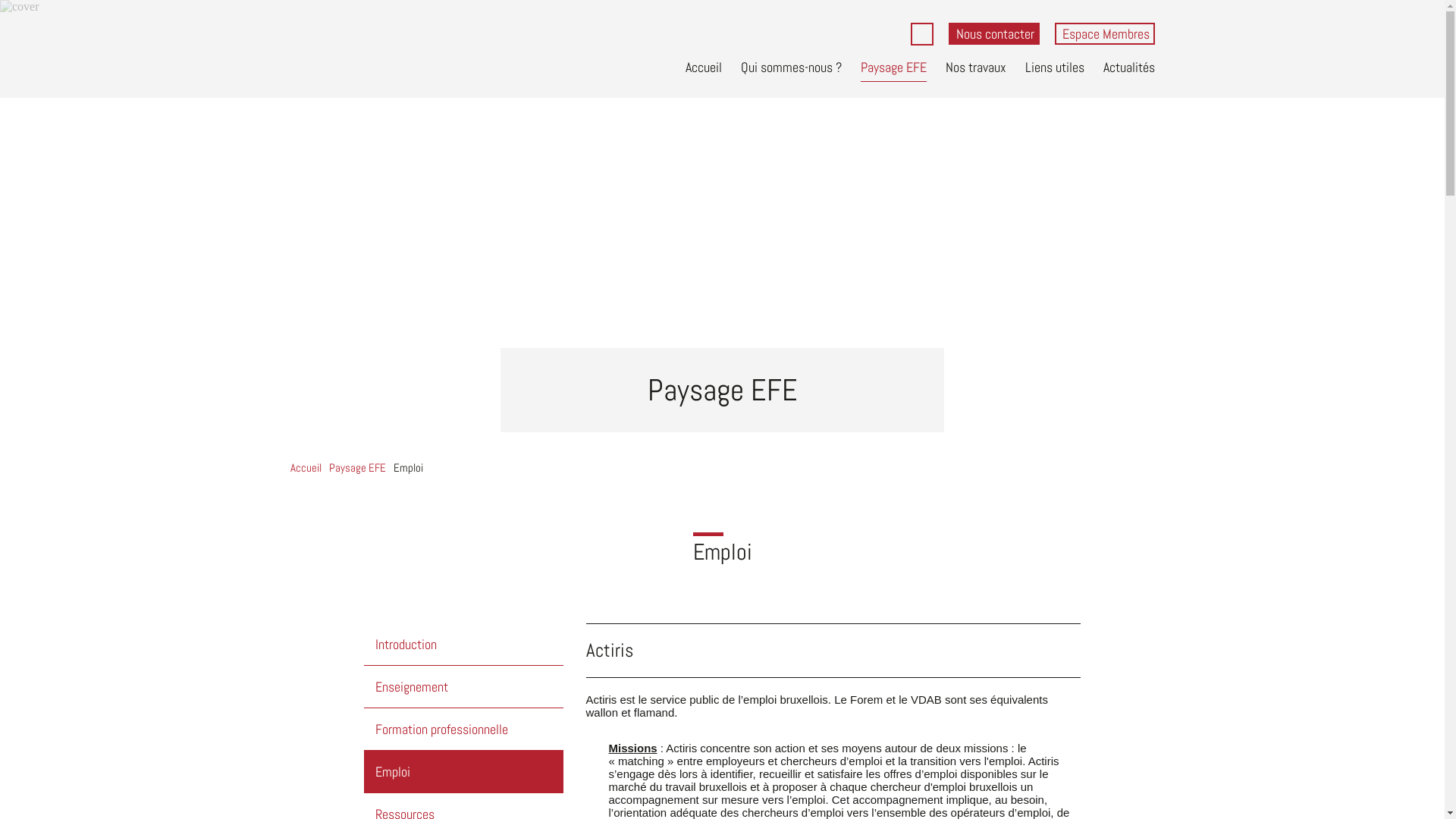 Image resolution: width=1456 pixels, height=819 pixels. What do you see at coordinates (463, 687) in the screenshot?
I see `'Enseignement'` at bounding box center [463, 687].